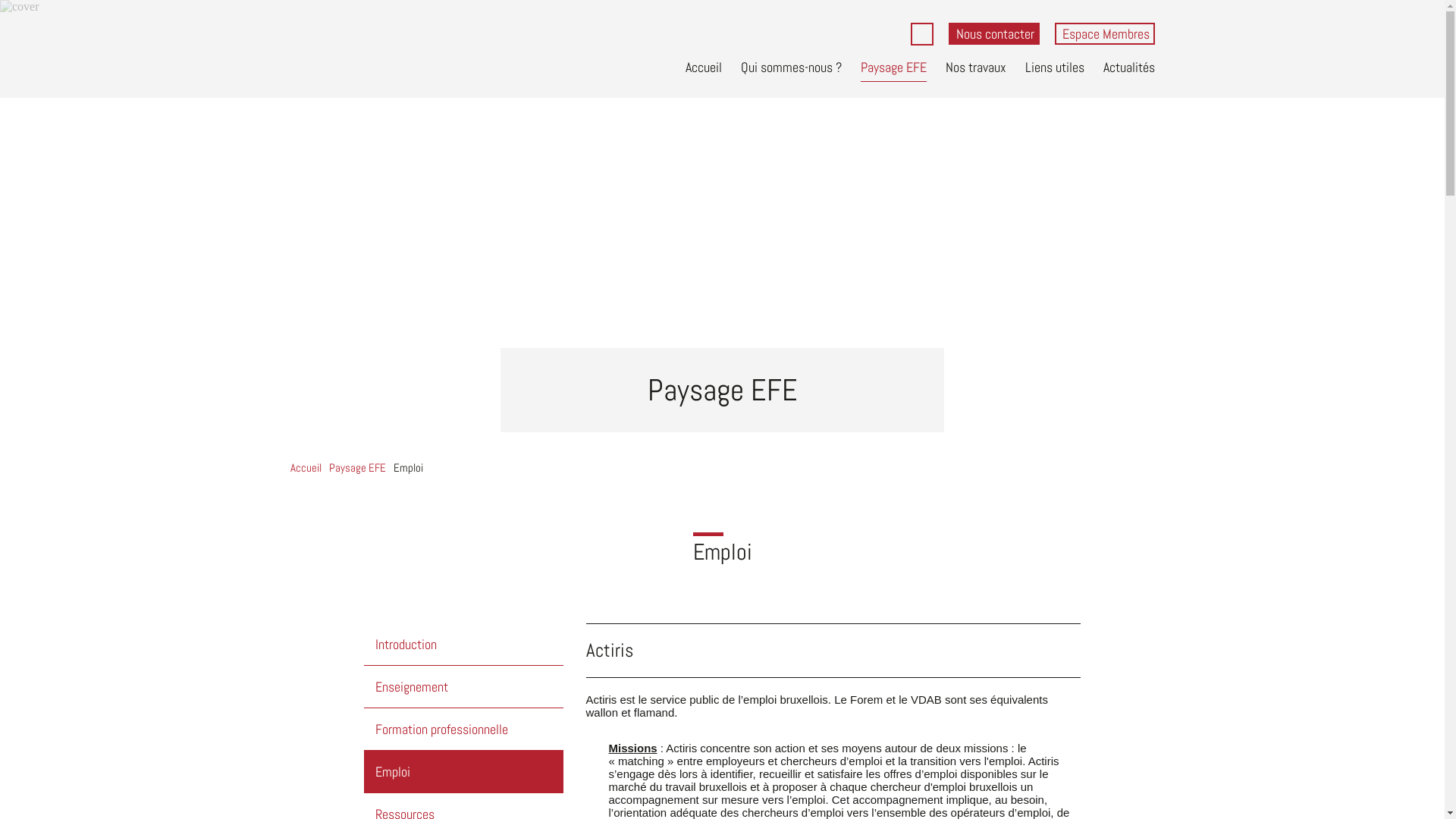 Image resolution: width=1456 pixels, height=819 pixels. What do you see at coordinates (463, 687) in the screenshot?
I see `'Enseignement'` at bounding box center [463, 687].